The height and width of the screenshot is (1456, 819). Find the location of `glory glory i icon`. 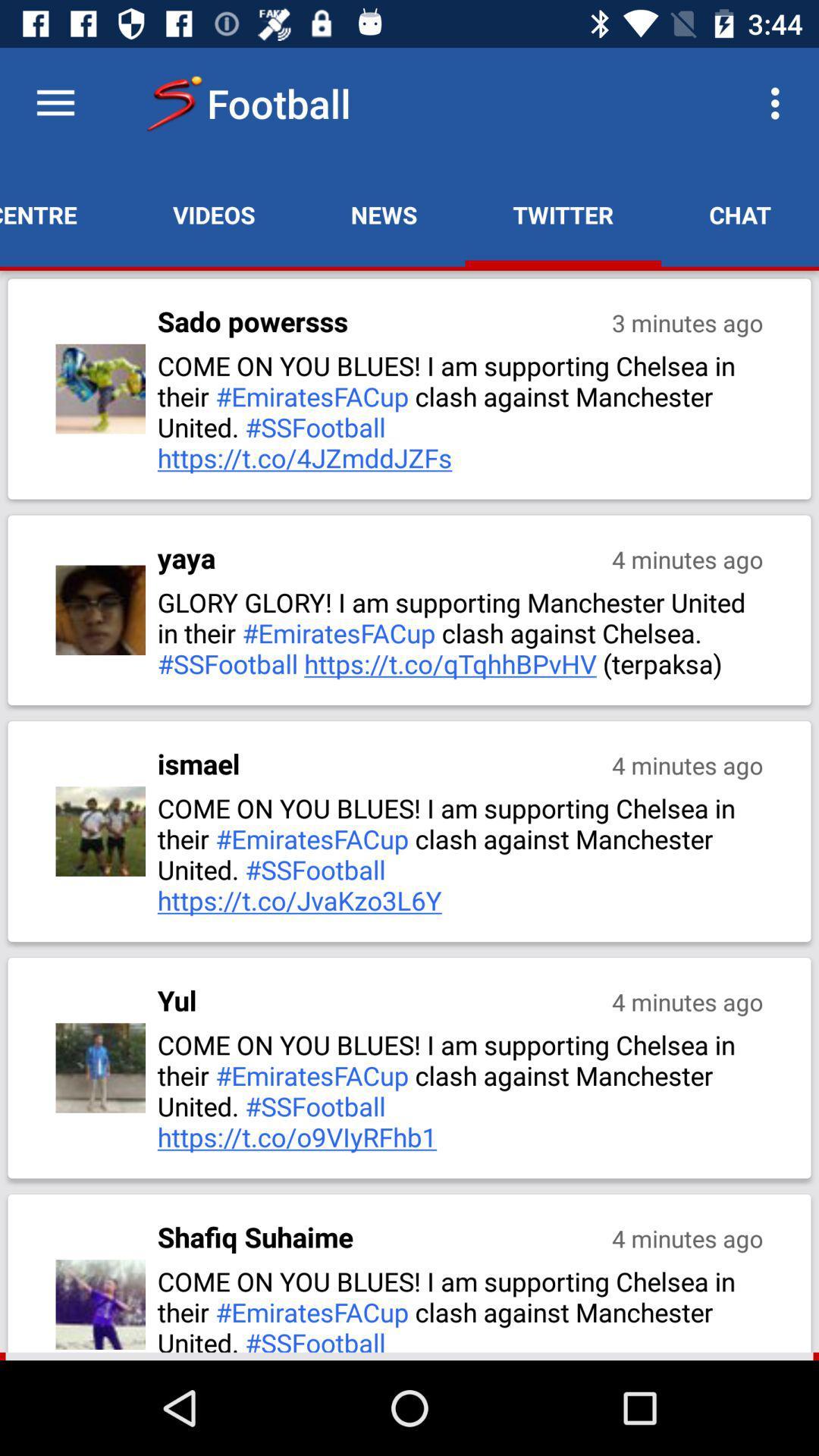

glory glory i icon is located at coordinates (461, 632).